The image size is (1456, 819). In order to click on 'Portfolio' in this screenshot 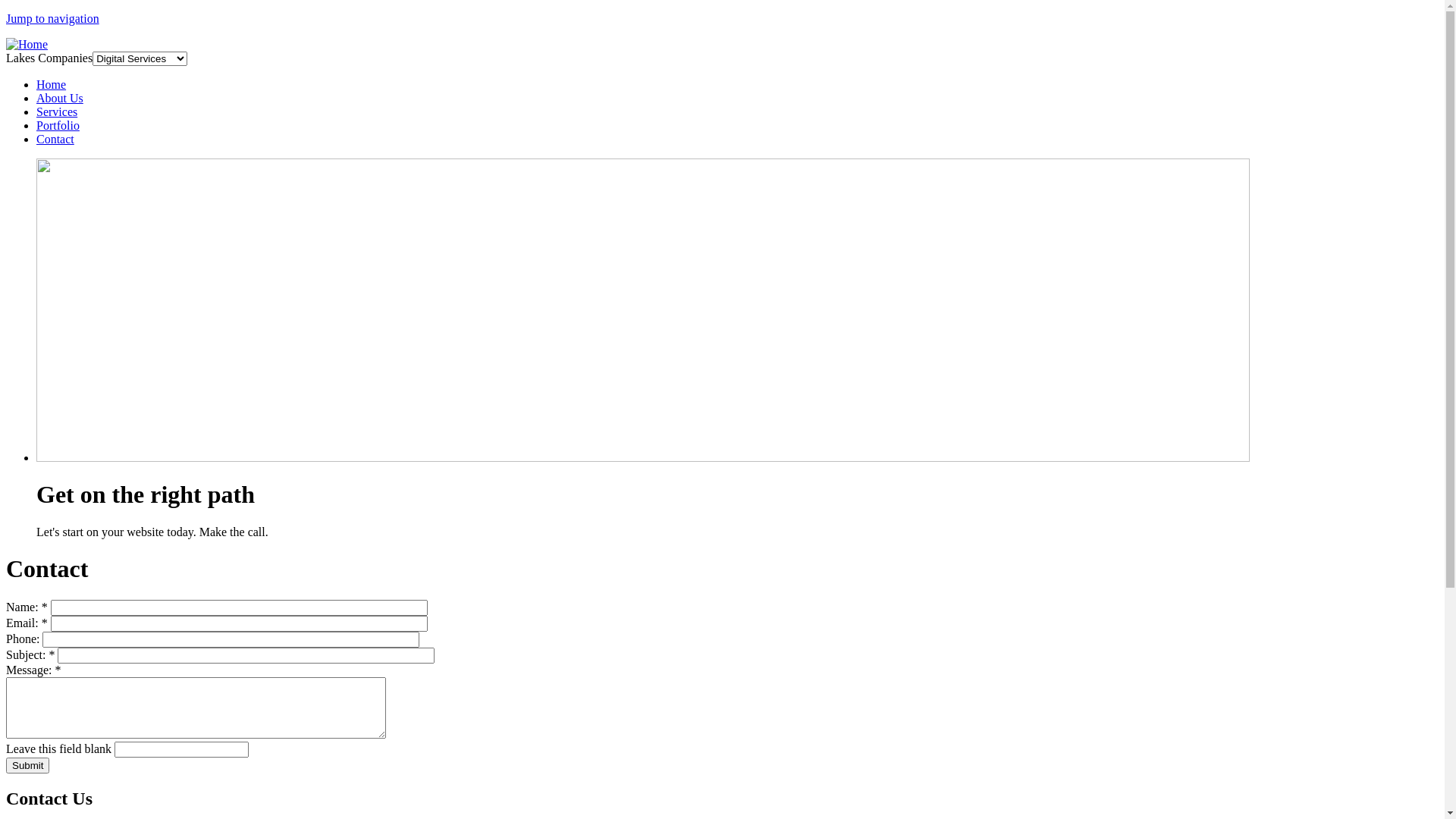, I will do `click(58, 124)`.